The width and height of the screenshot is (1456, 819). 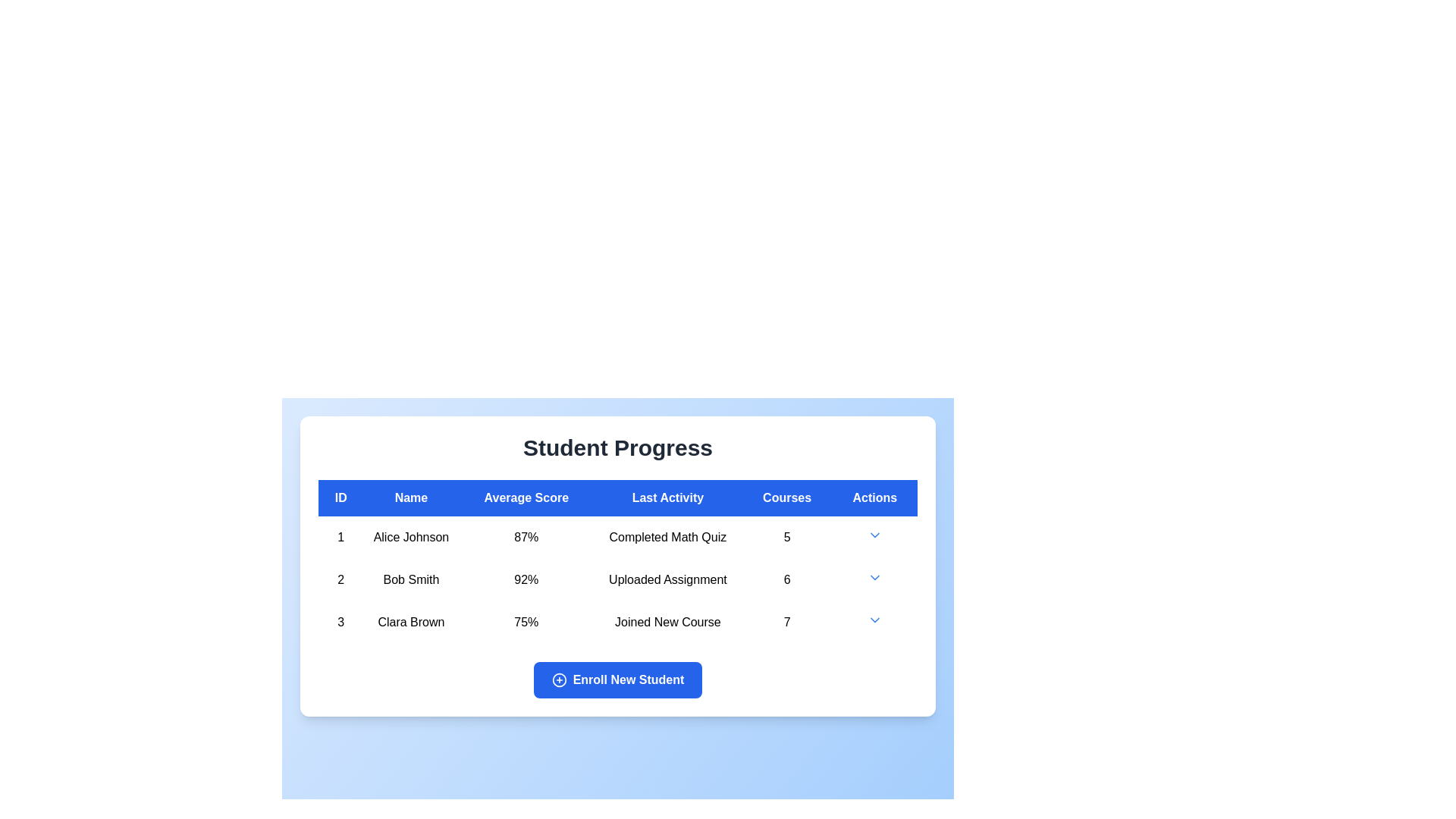 I want to click on the downward-pointing chevron icon styled as a blue arrow in the sixth cell of the second row under the 'Actions' column, so click(x=874, y=579).